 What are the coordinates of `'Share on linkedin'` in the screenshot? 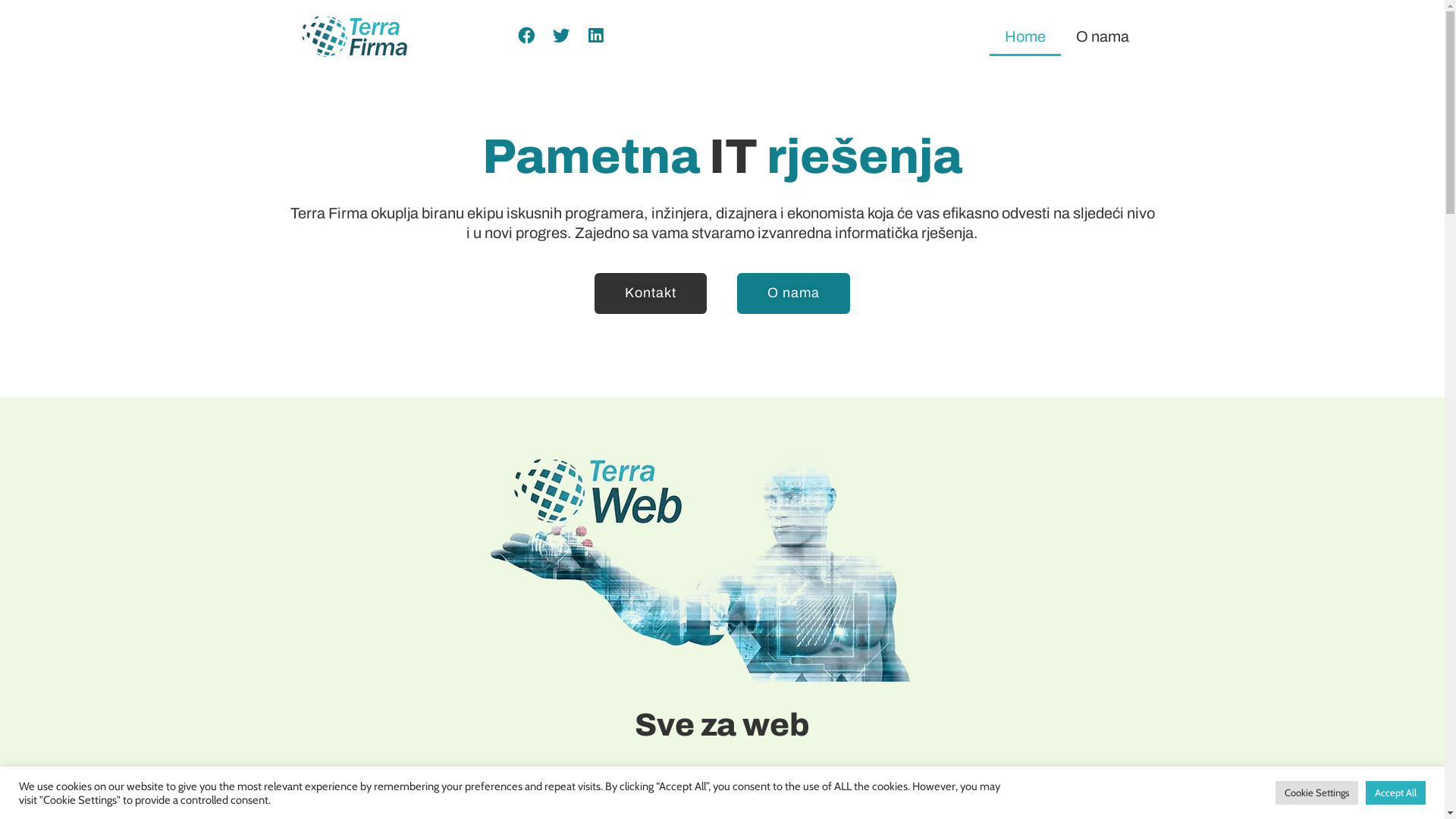 It's located at (582, 35).